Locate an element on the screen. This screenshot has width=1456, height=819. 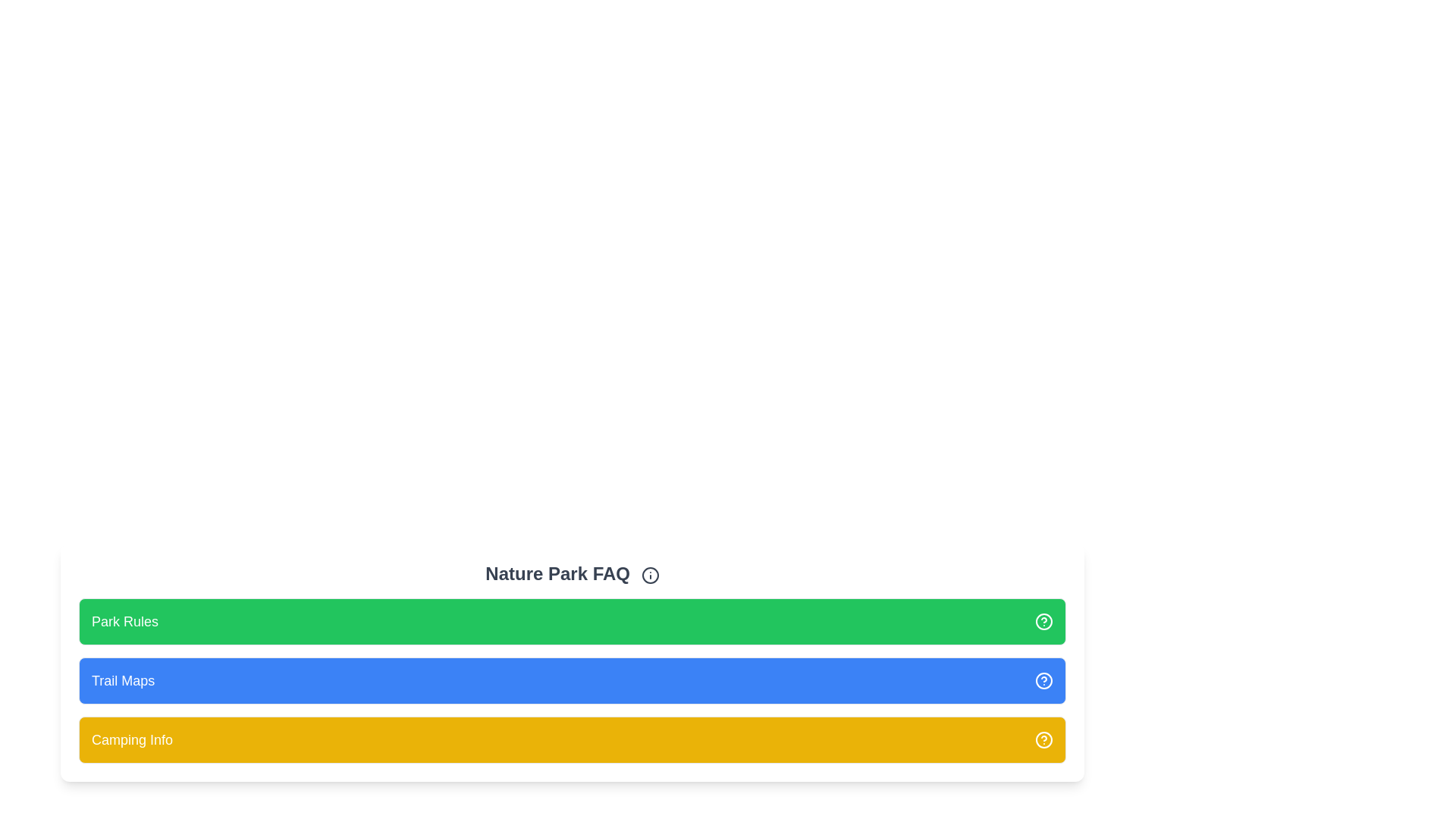
the information icon located to the right of the 'Camping Info' text, which provides additional assistance related to camping is located at coordinates (1043, 739).